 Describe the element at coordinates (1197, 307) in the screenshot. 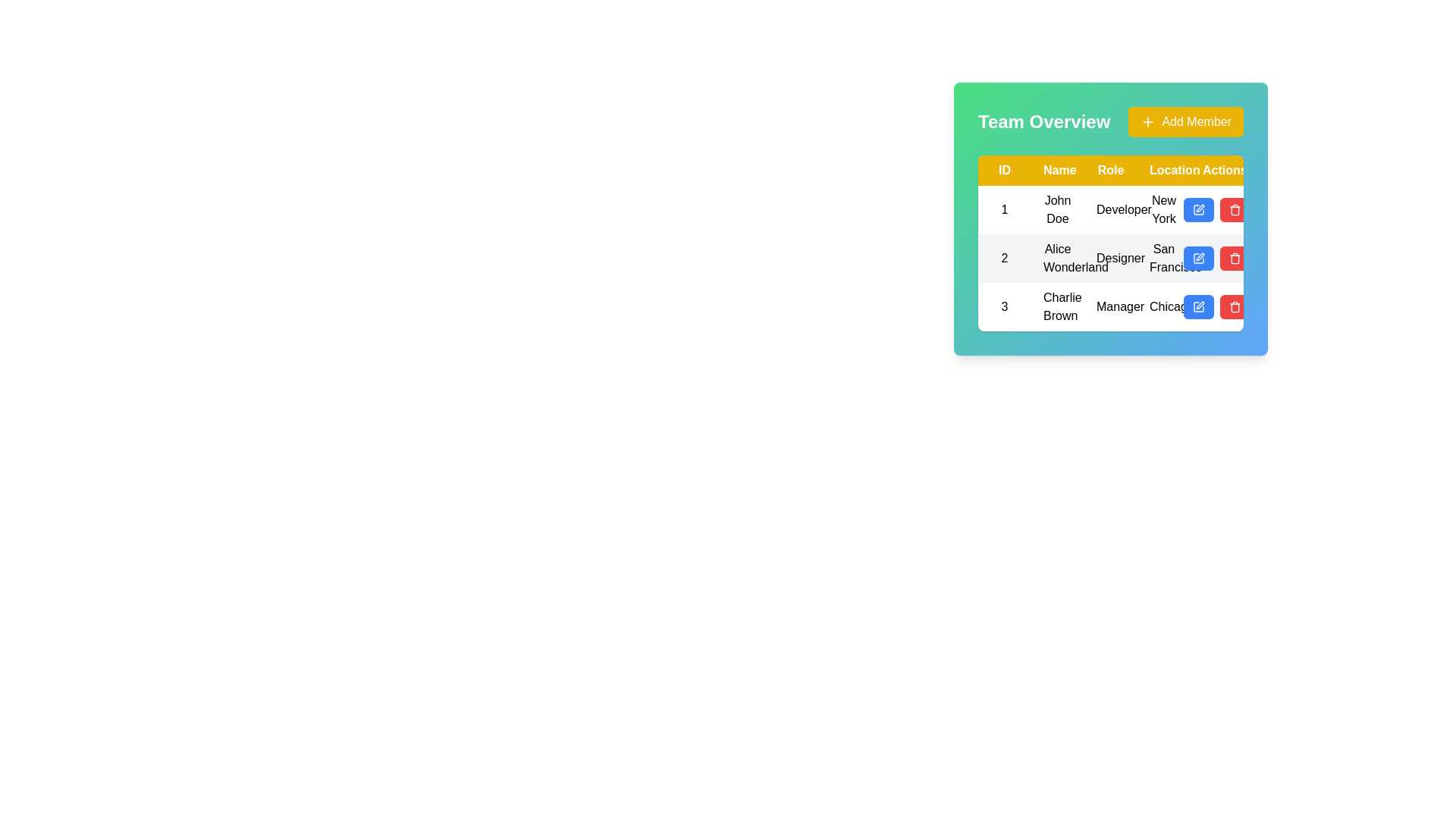

I see `the button containing the blue square with a pen icon for the entry of 'Charlie Brown' in the 'Team Overview' table to enable keyboard navigation` at that location.